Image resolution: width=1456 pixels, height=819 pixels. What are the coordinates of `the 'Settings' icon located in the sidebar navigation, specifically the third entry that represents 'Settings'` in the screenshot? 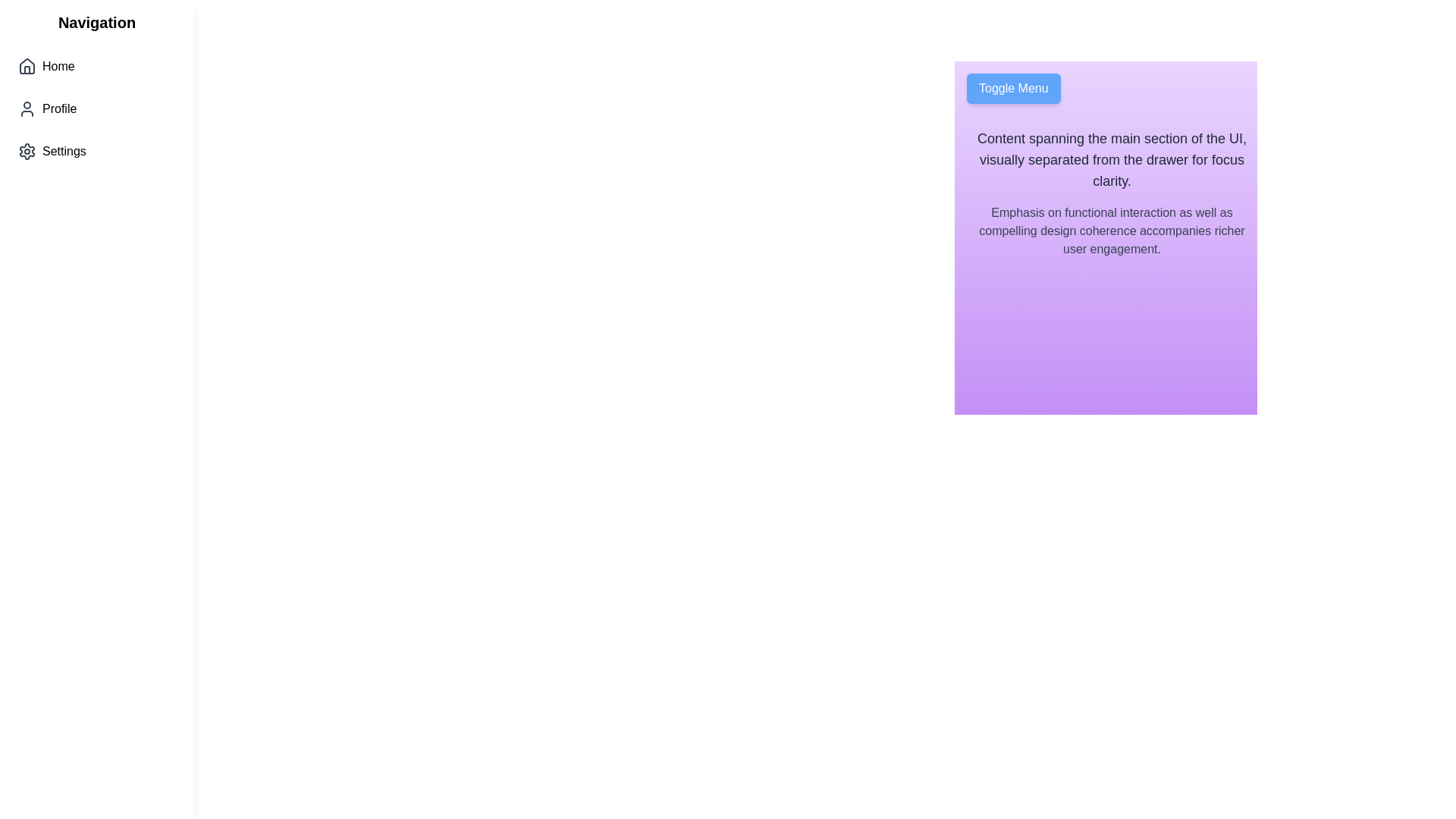 It's located at (27, 152).